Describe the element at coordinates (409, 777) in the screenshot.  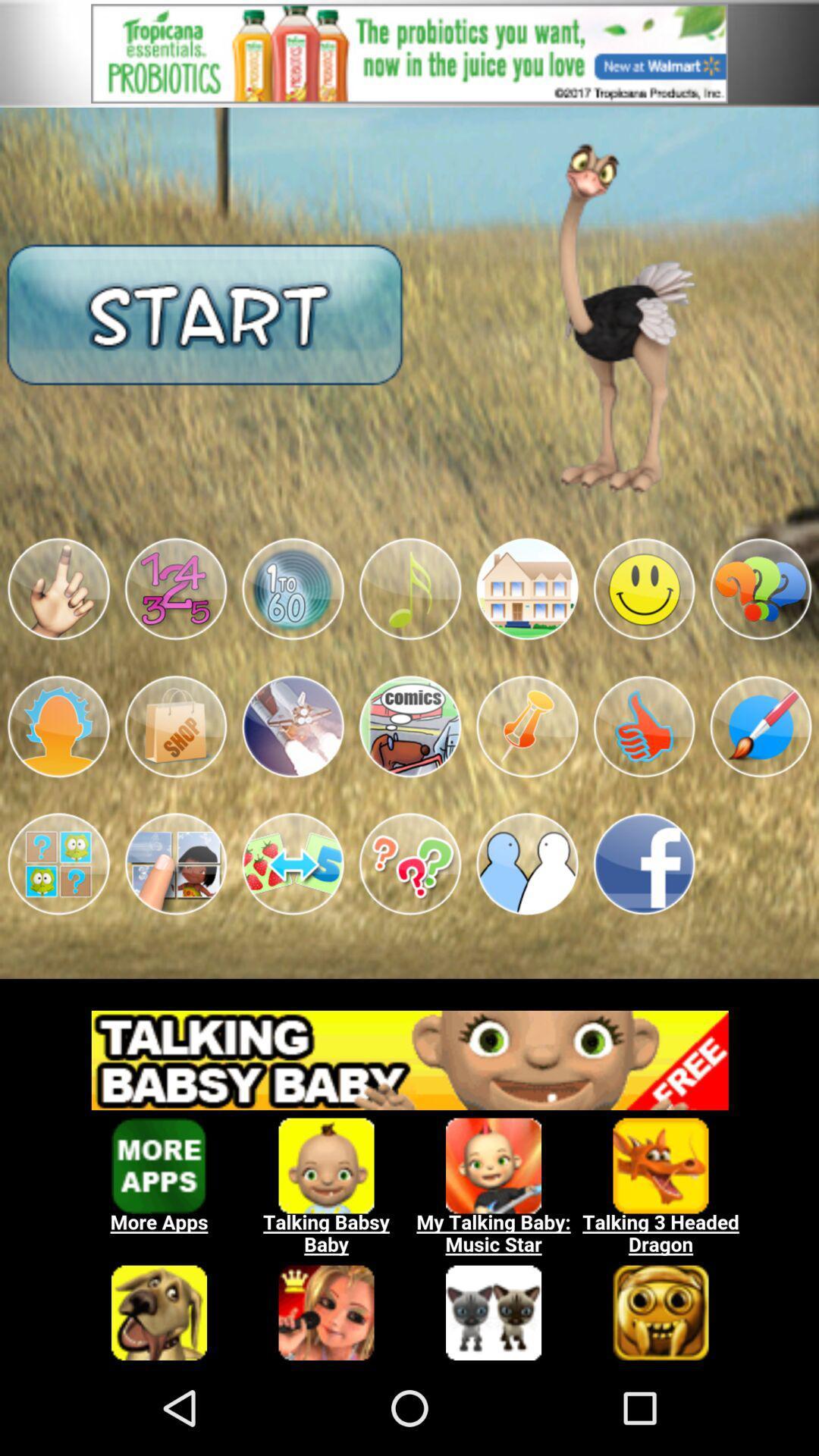
I see `the menu icon` at that location.